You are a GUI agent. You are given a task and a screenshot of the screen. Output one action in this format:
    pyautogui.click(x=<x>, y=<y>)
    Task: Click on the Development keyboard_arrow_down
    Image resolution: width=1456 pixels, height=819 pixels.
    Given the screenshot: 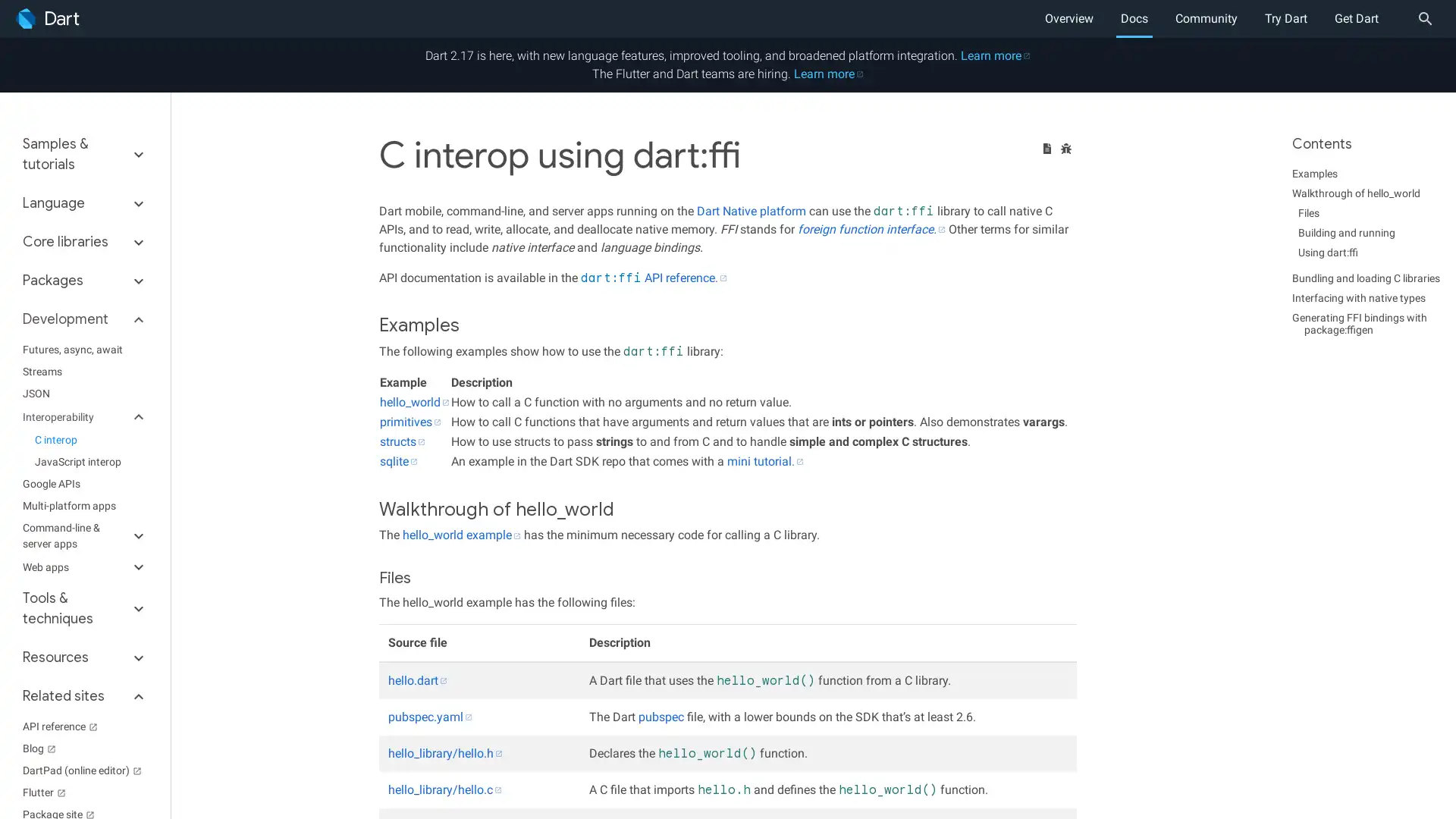 What is the action you would take?
    pyautogui.click(x=84, y=318)
    